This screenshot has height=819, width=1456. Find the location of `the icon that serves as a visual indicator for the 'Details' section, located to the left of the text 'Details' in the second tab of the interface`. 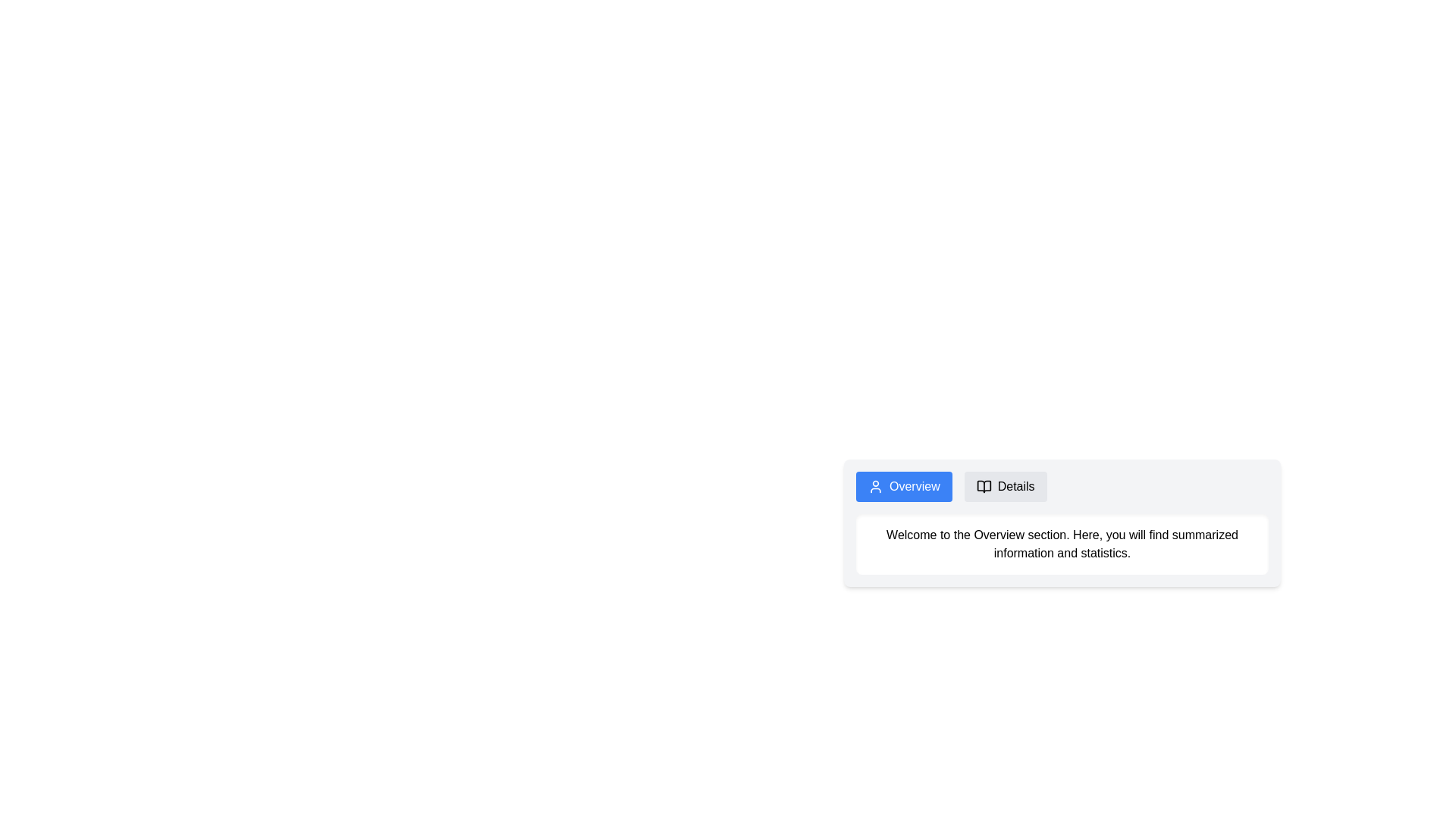

the icon that serves as a visual indicator for the 'Details' section, located to the left of the text 'Details' in the second tab of the interface is located at coordinates (984, 486).